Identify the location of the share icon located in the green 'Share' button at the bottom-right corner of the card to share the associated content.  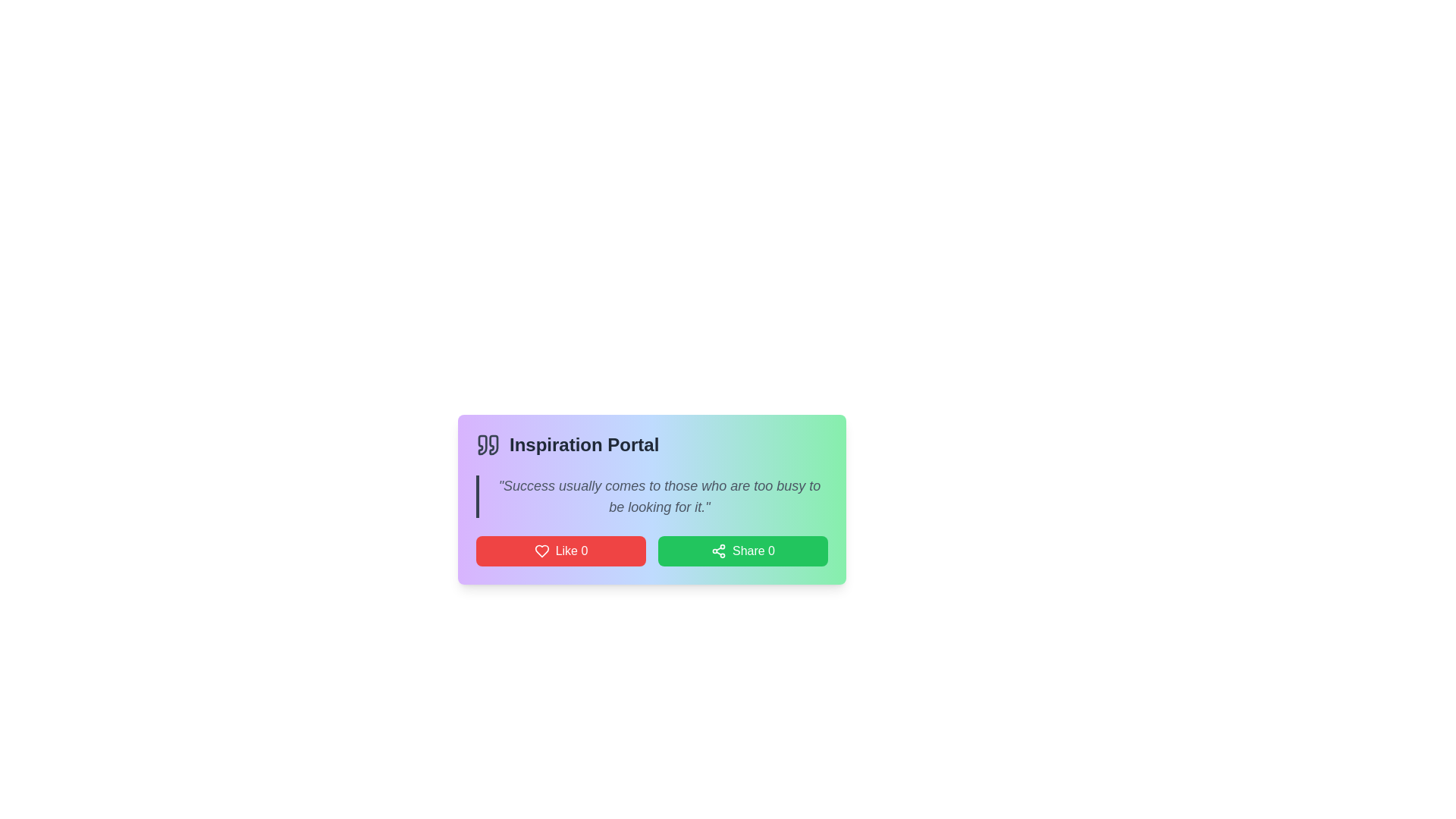
(717, 551).